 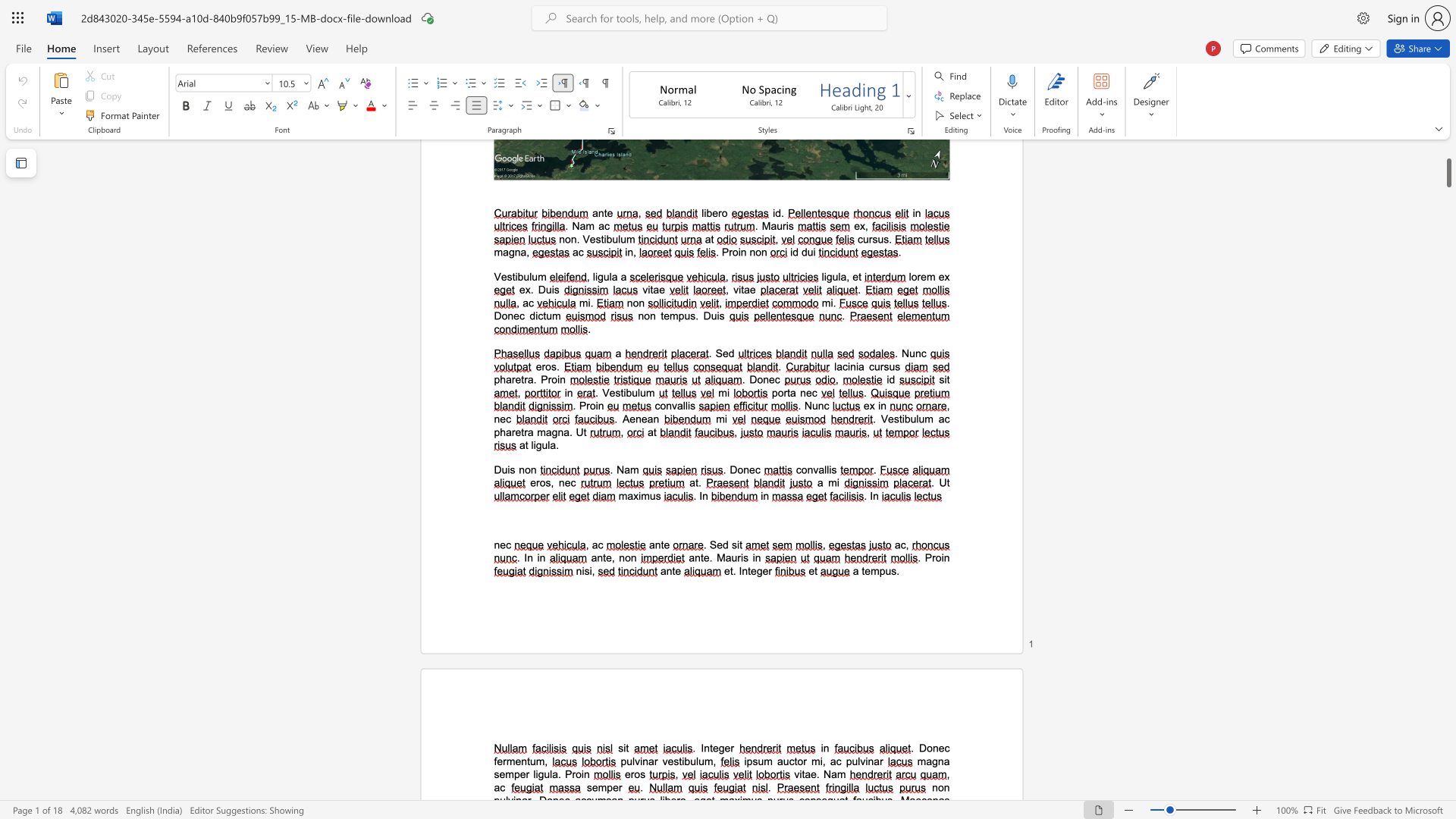 What do you see at coordinates (731, 571) in the screenshot?
I see `the 1th character "t" in the text` at bounding box center [731, 571].